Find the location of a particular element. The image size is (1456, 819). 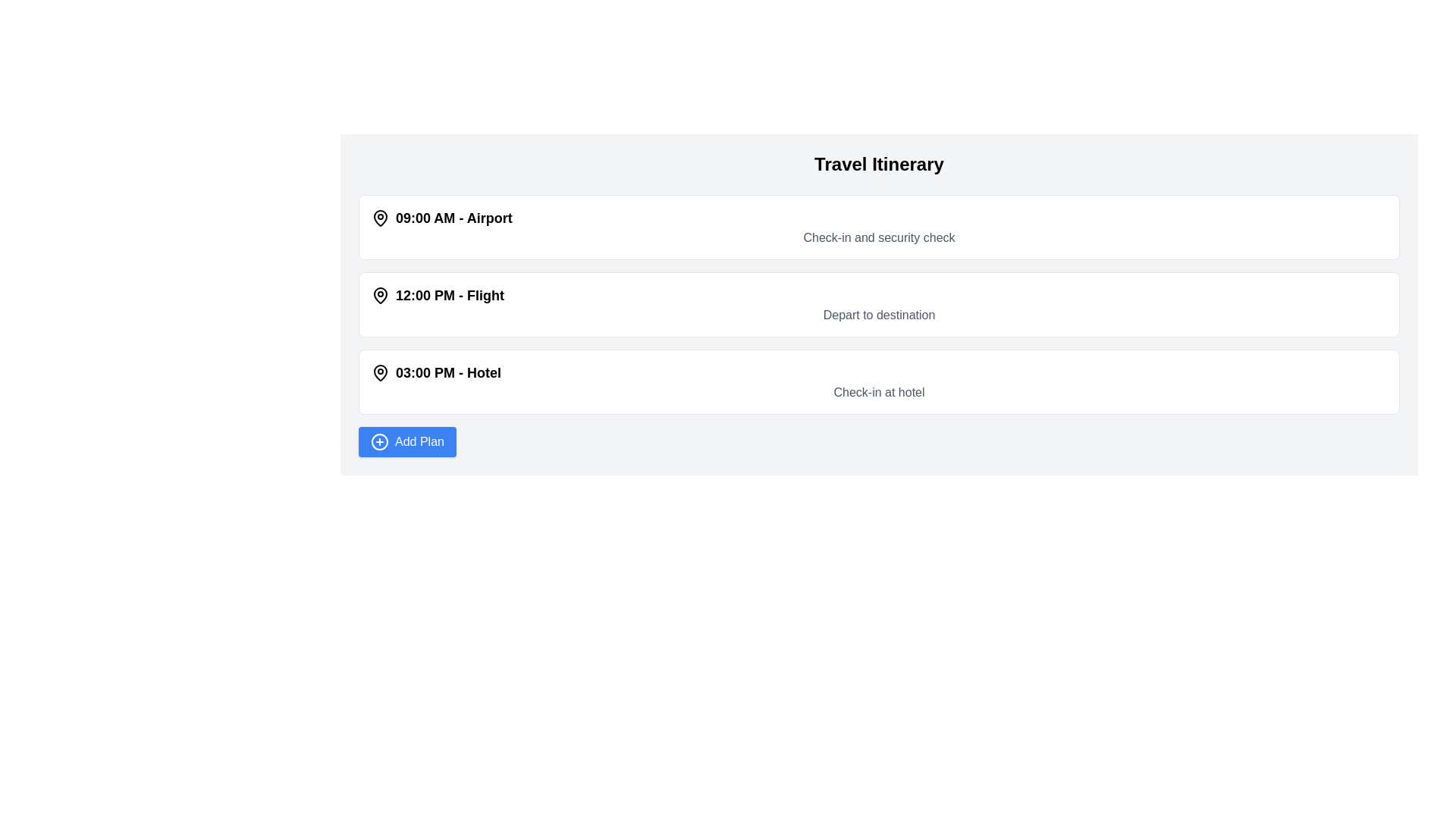

the location marker icon associated with the '12:00 PM - Flight' itinerary entry, positioned near the left side of the corresponding text is located at coordinates (381, 295).